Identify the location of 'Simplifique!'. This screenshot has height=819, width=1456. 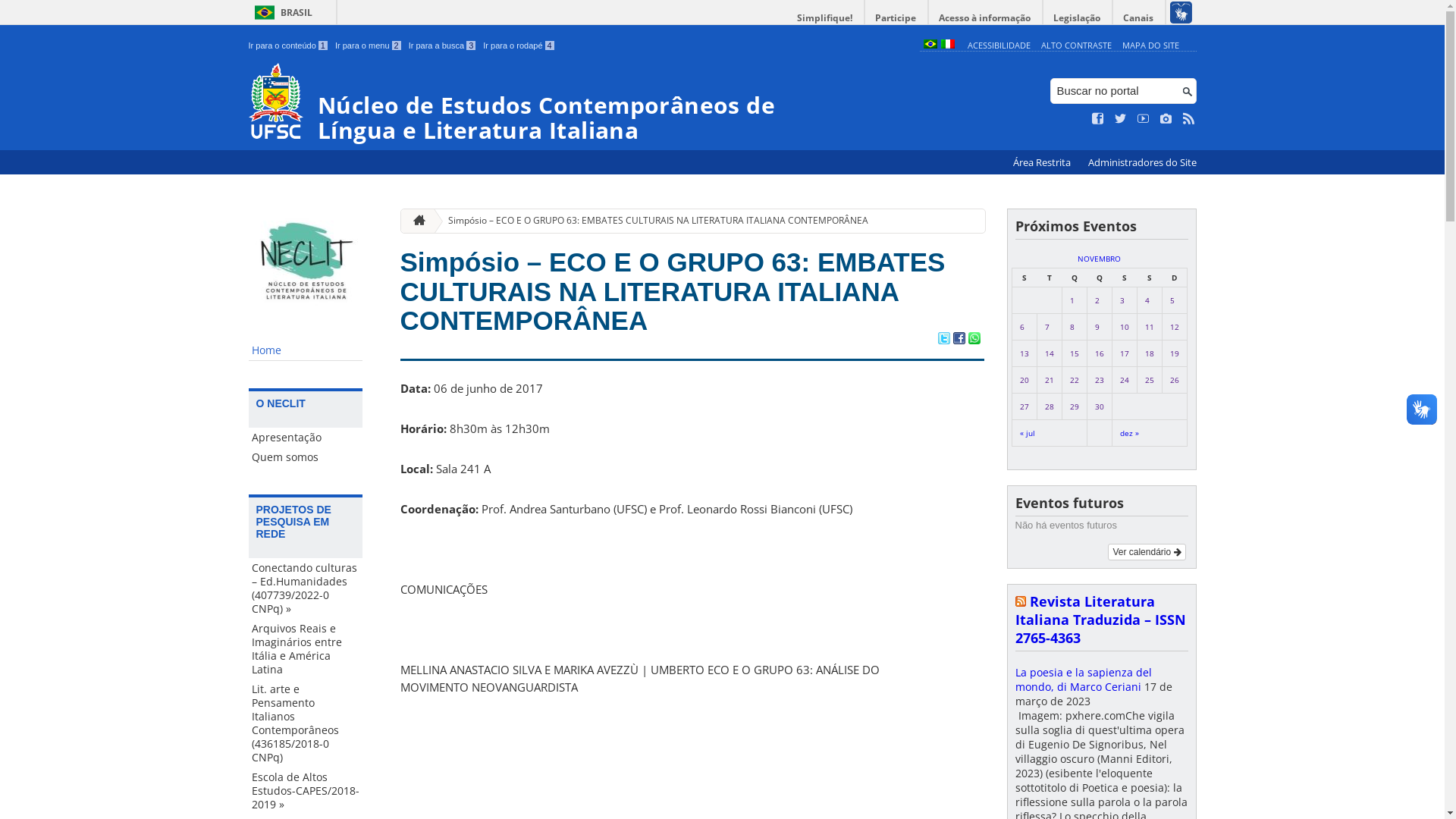
(824, 17).